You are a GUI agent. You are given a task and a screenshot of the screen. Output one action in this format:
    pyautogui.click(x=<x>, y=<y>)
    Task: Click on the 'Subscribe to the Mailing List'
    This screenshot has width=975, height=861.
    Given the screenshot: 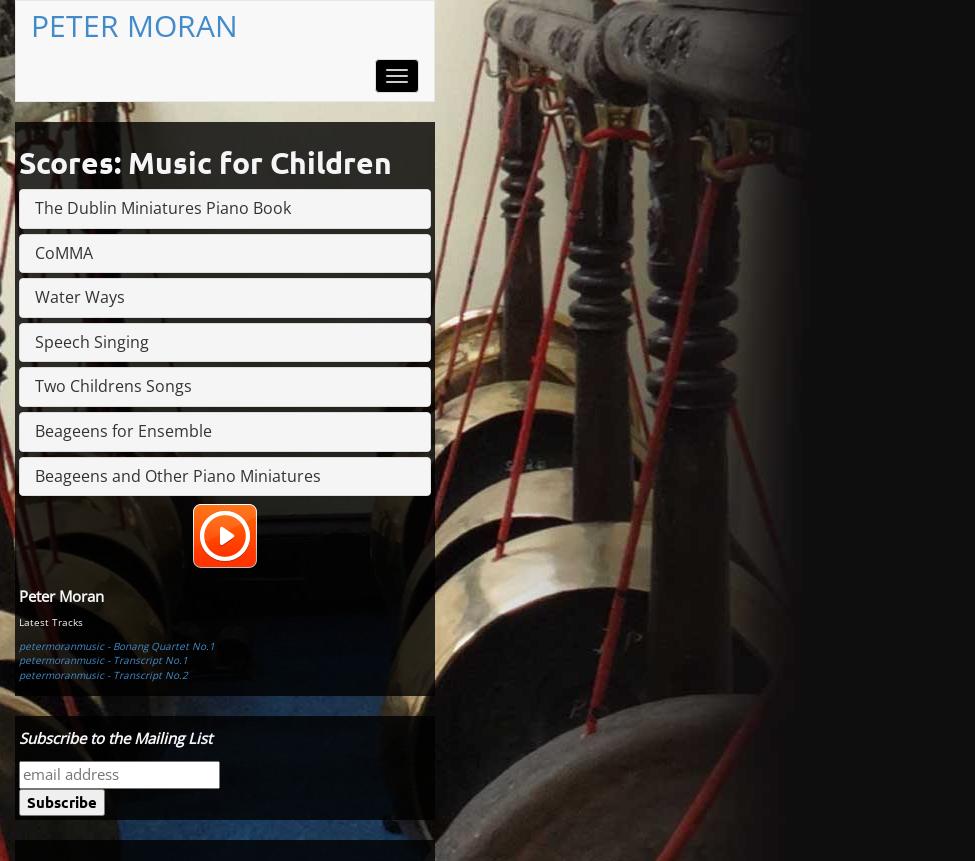 What is the action you would take?
    pyautogui.click(x=19, y=736)
    